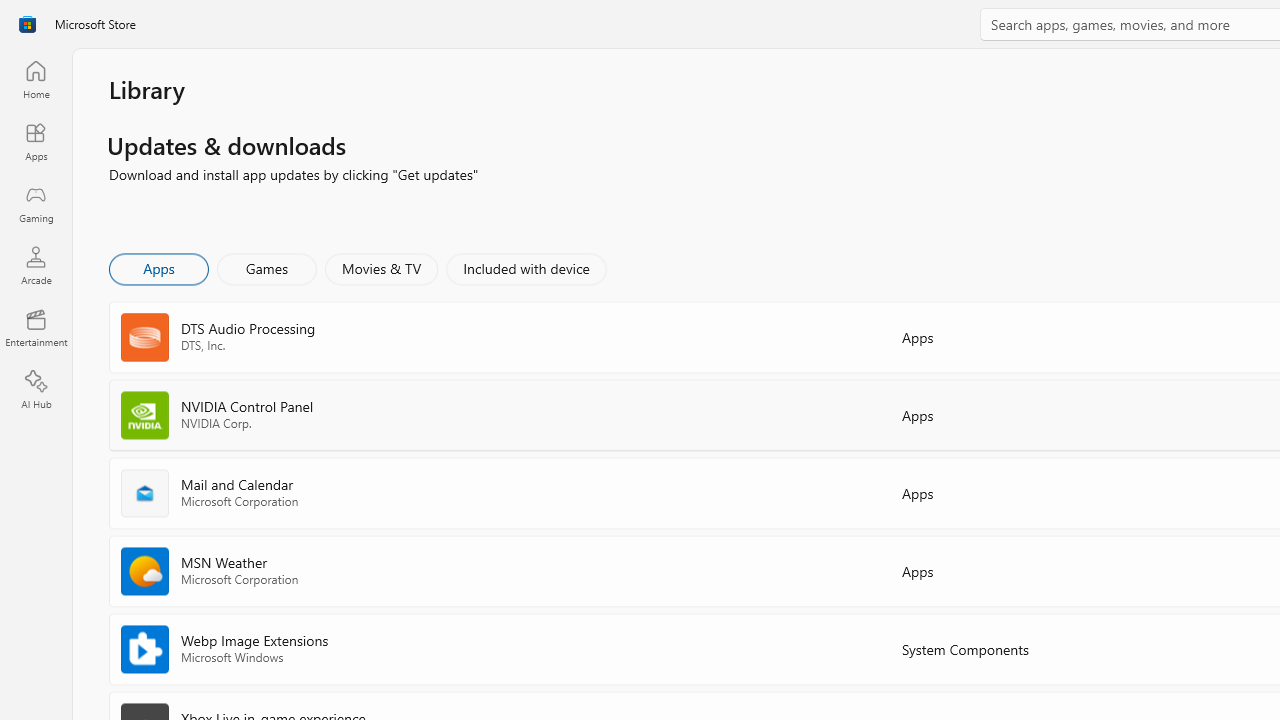  Describe the element at coordinates (35, 326) in the screenshot. I see `'Entertainment'` at that location.